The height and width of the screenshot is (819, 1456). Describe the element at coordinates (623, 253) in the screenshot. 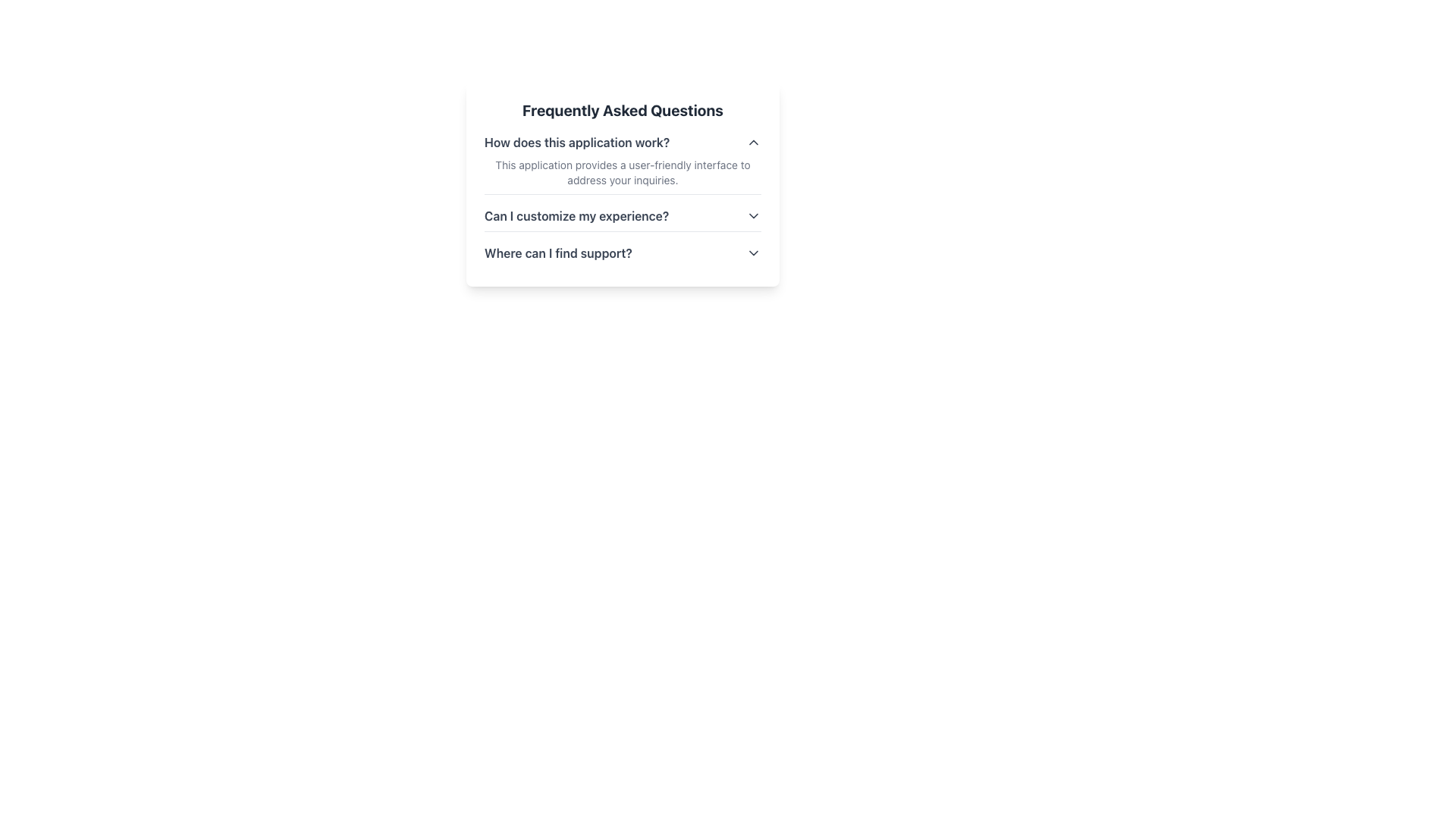

I see `the Dropdown Header labeled 'Where can I find support?'` at that location.